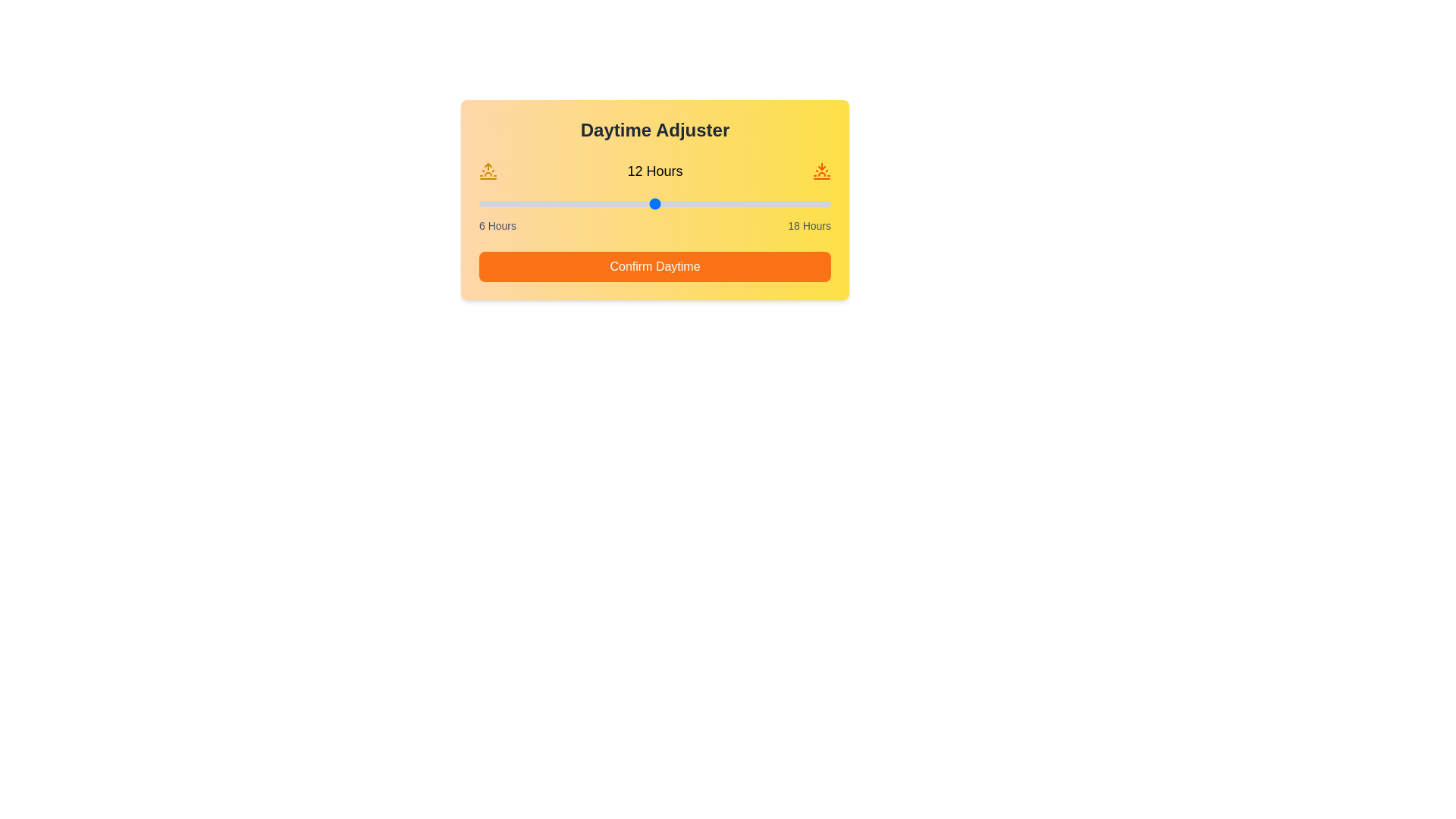 Image resolution: width=1456 pixels, height=819 pixels. Describe the element at coordinates (655, 265) in the screenshot. I see `the 'Confirm Daytime' button` at that location.